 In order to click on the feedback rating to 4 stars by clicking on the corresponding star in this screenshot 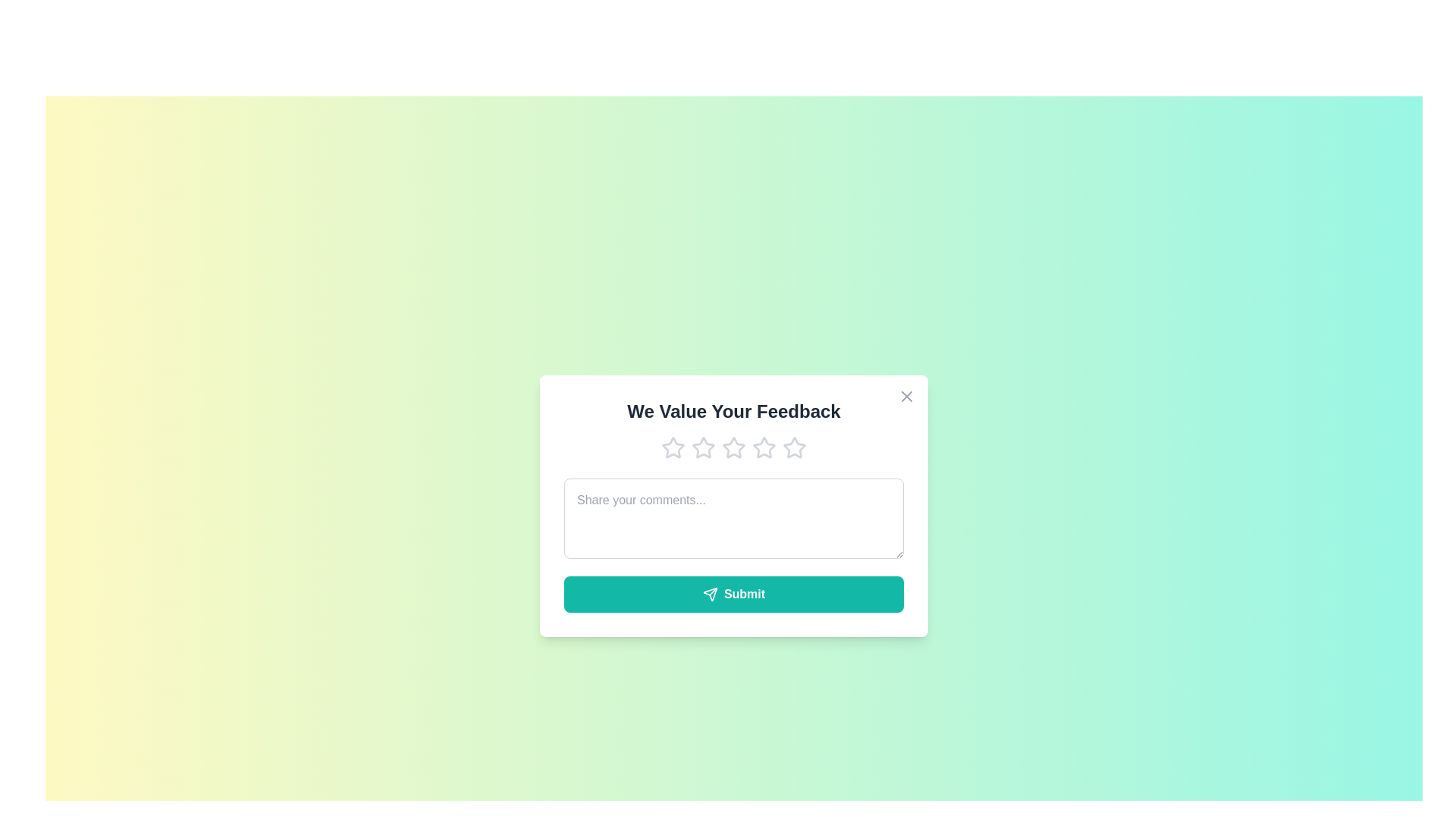, I will do `click(764, 447)`.